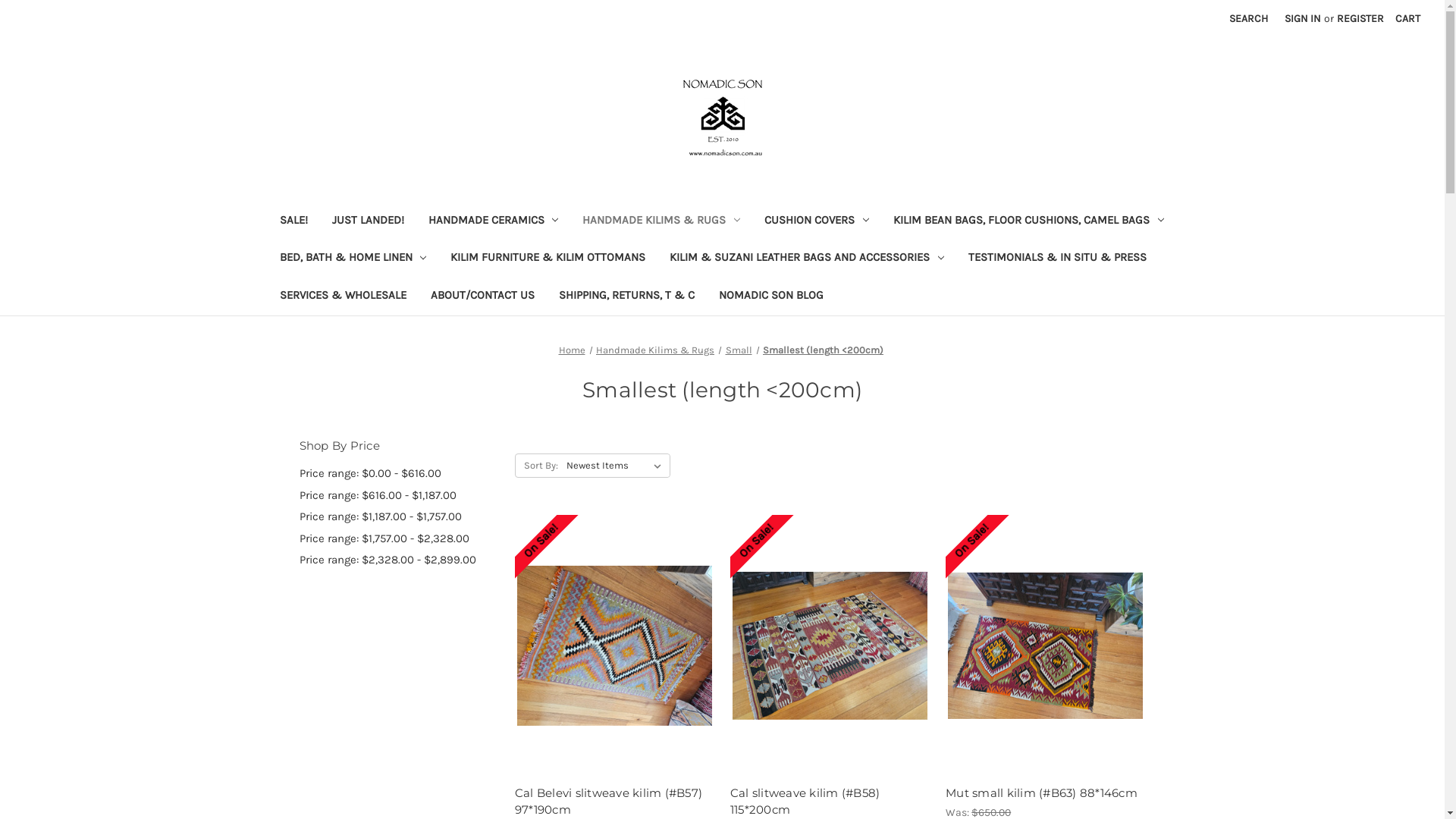 This screenshot has width=1456, height=819. Describe the element at coordinates (570, 350) in the screenshot. I see `'Home'` at that location.